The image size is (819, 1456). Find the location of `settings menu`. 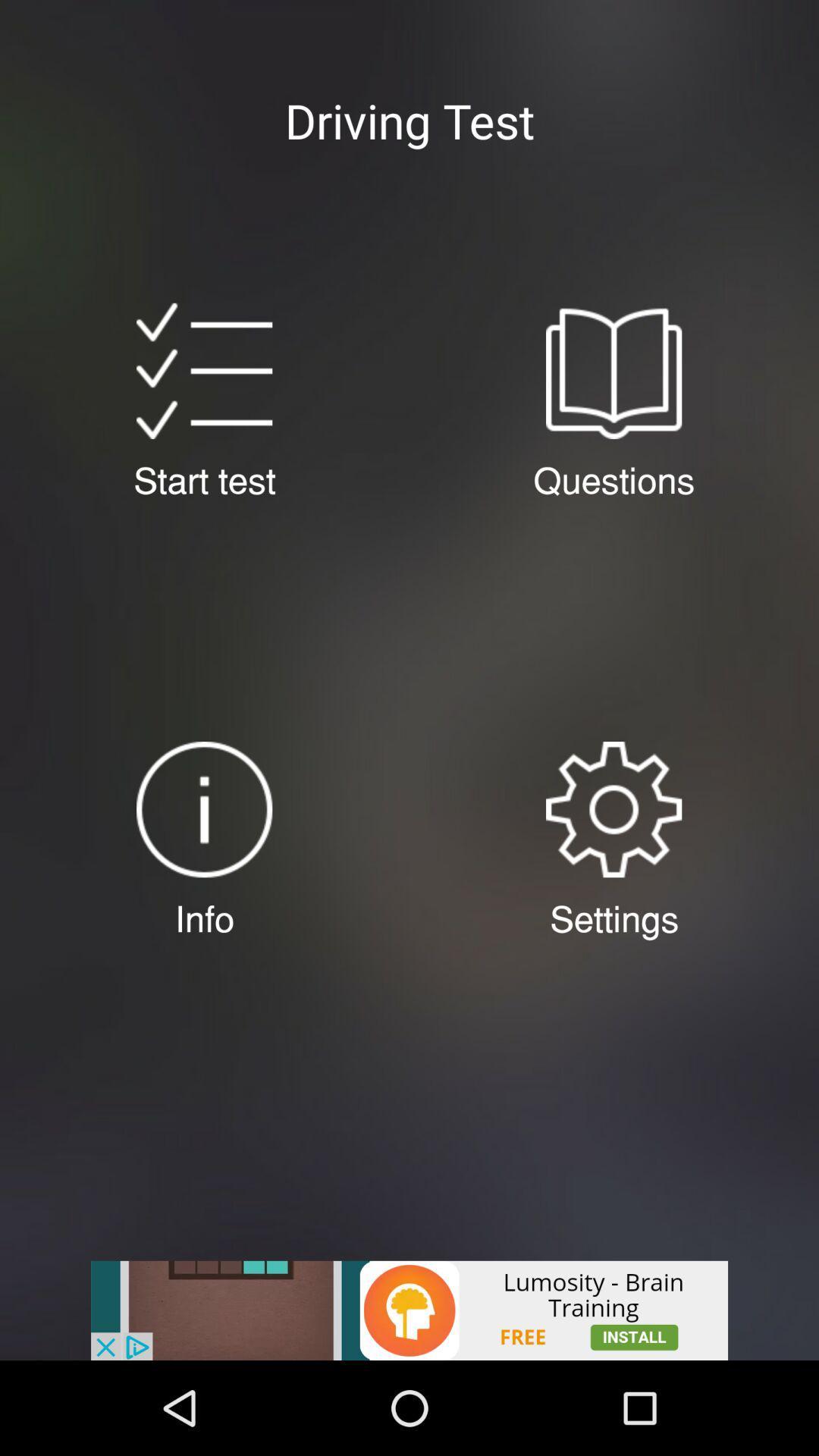

settings menu is located at coordinates (613, 808).